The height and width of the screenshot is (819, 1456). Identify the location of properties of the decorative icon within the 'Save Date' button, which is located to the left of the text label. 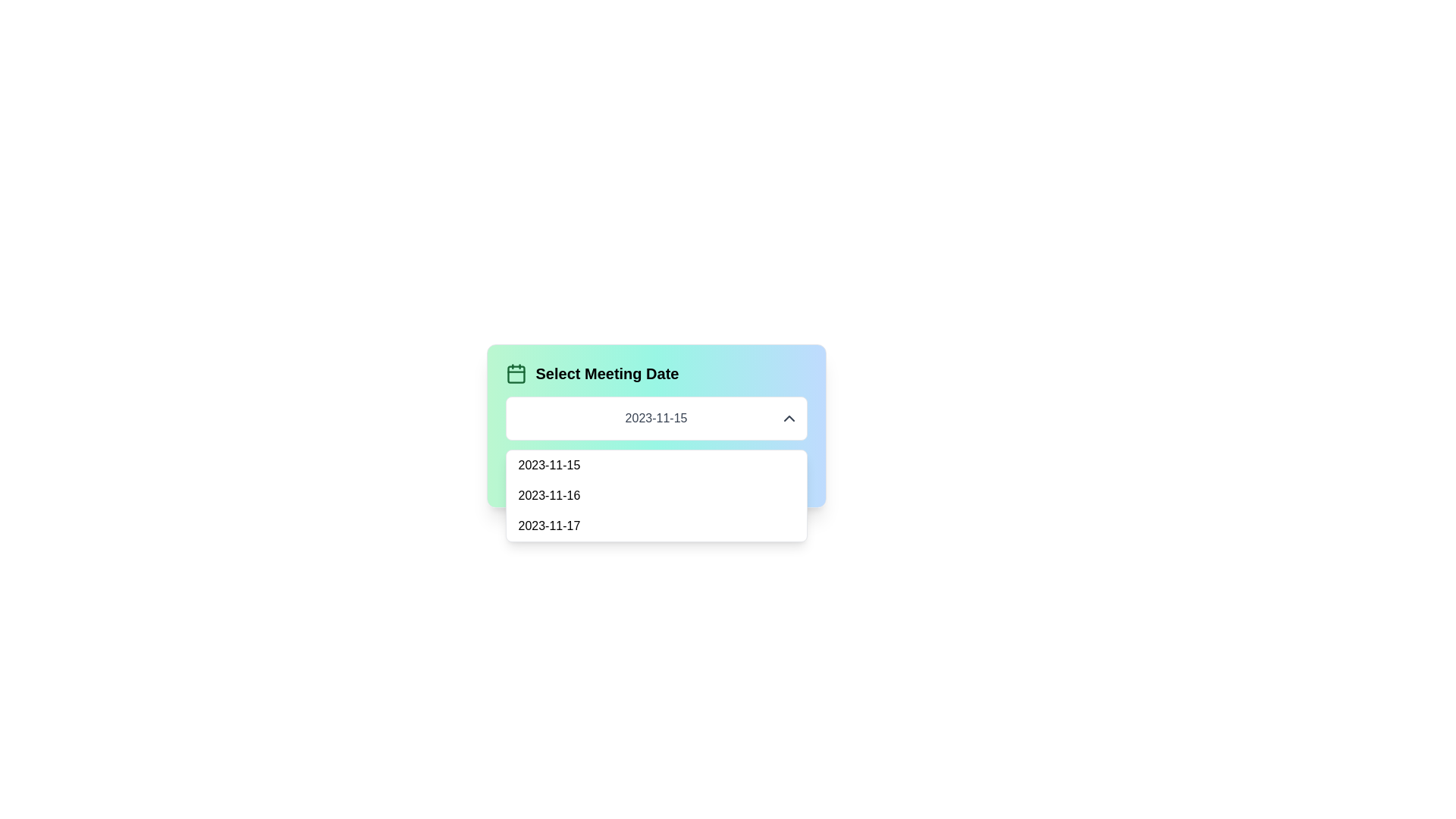
(622, 473).